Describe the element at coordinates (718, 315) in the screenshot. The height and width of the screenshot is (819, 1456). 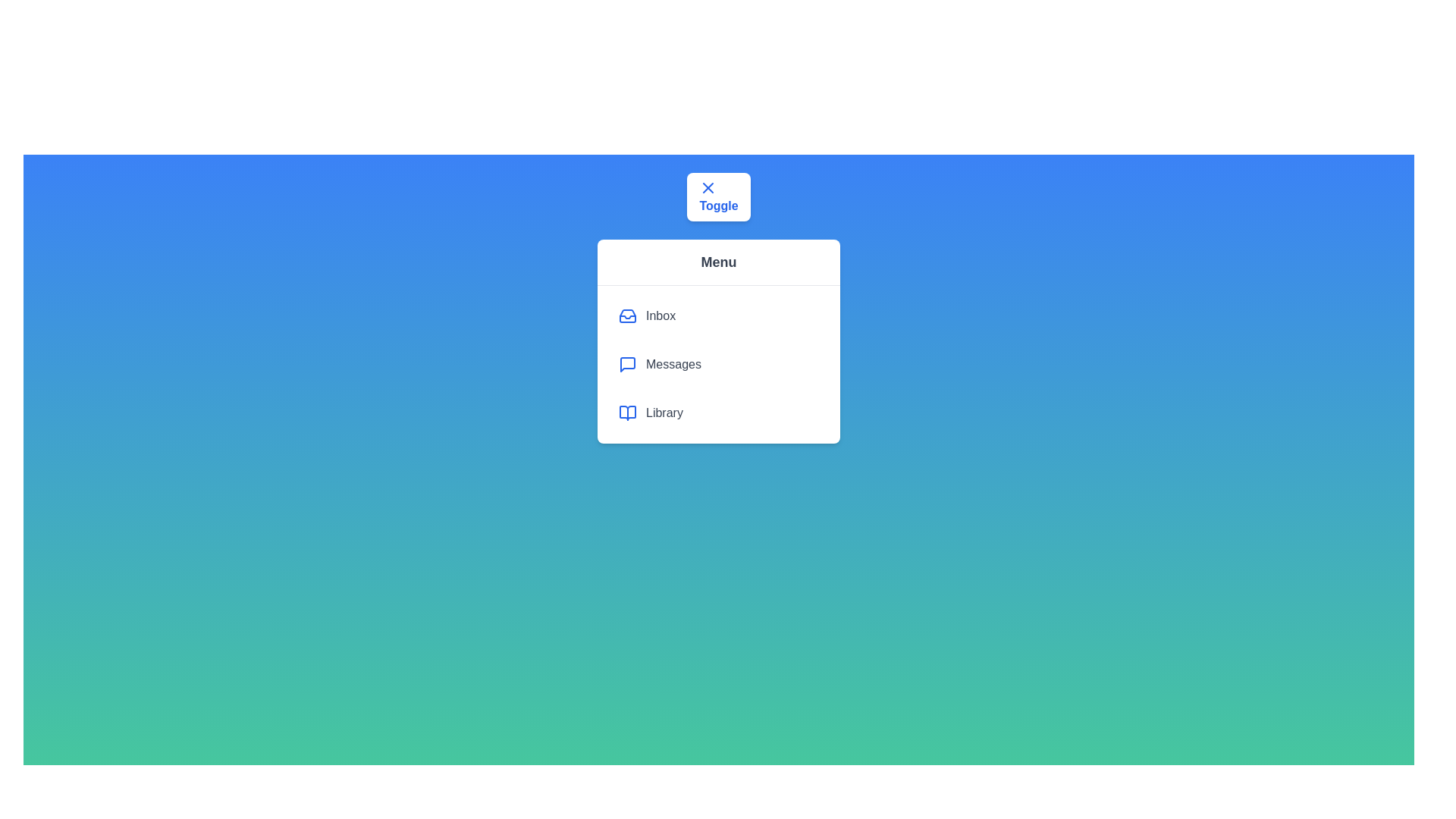
I see `the menu item Inbox from the list` at that location.